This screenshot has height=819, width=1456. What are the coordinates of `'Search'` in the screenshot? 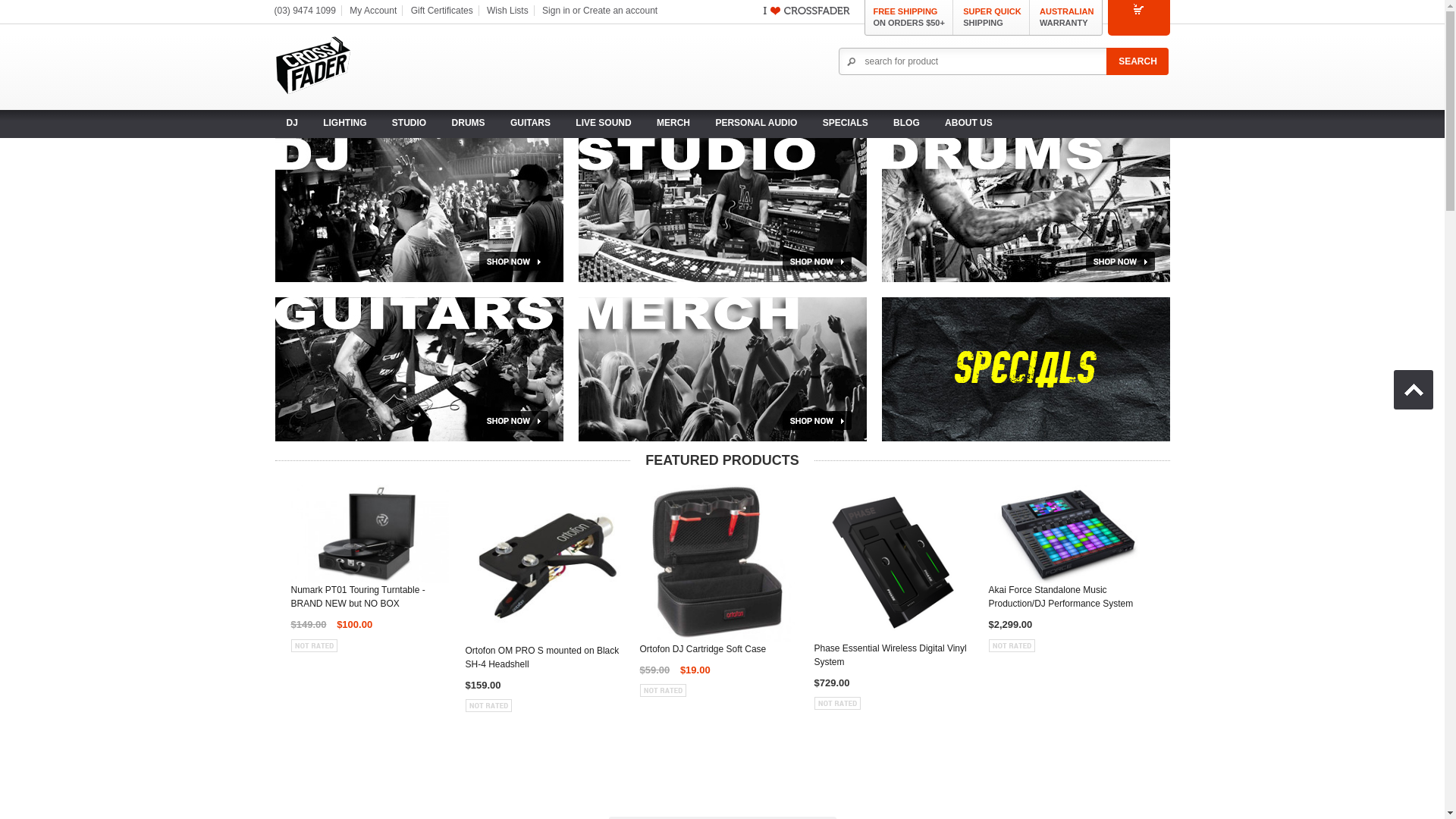 It's located at (1137, 61).